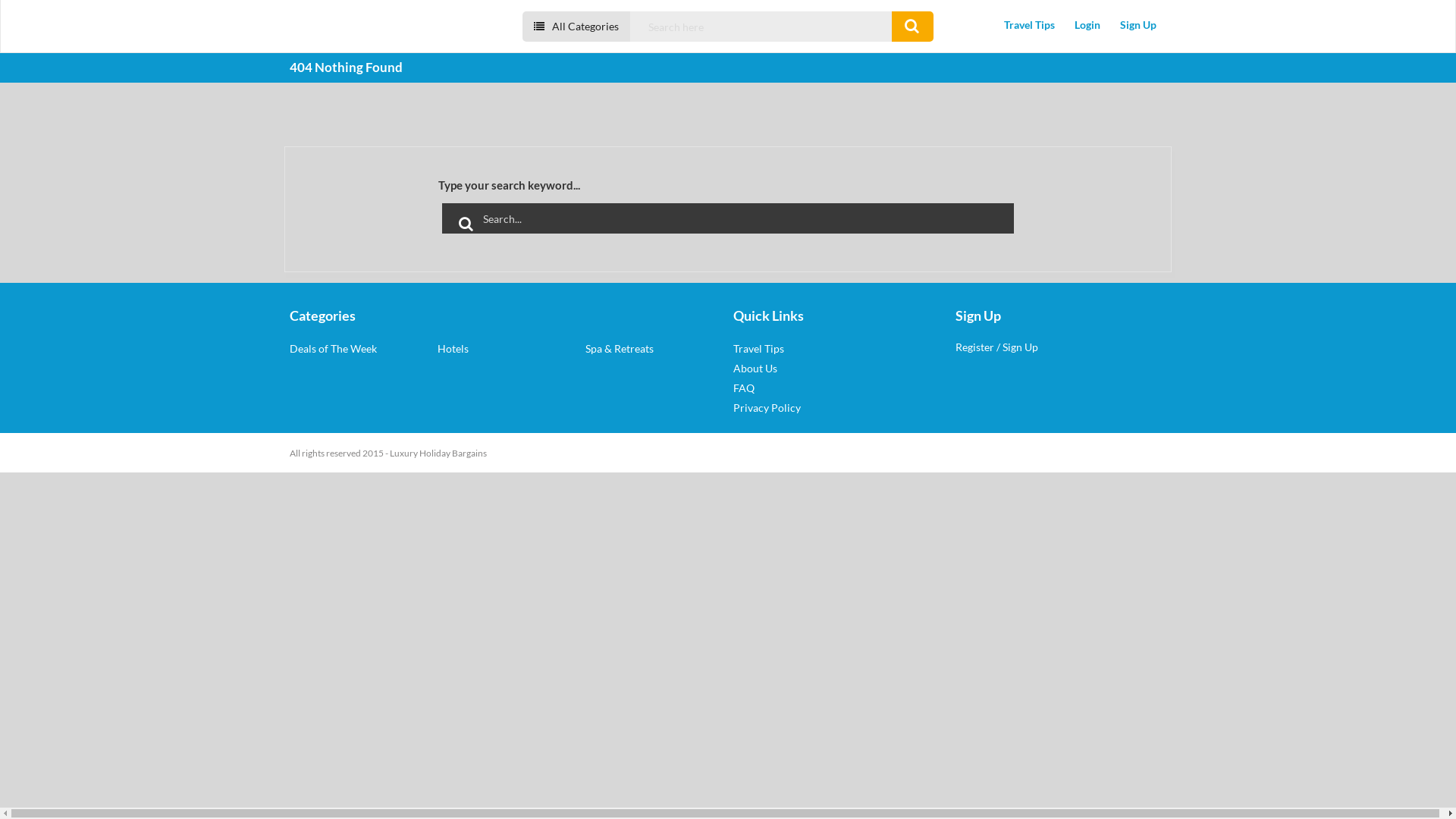 The height and width of the screenshot is (819, 1456). What do you see at coordinates (767, 406) in the screenshot?
I see `'Privacy Policy'` at bounding box center [767, 406].